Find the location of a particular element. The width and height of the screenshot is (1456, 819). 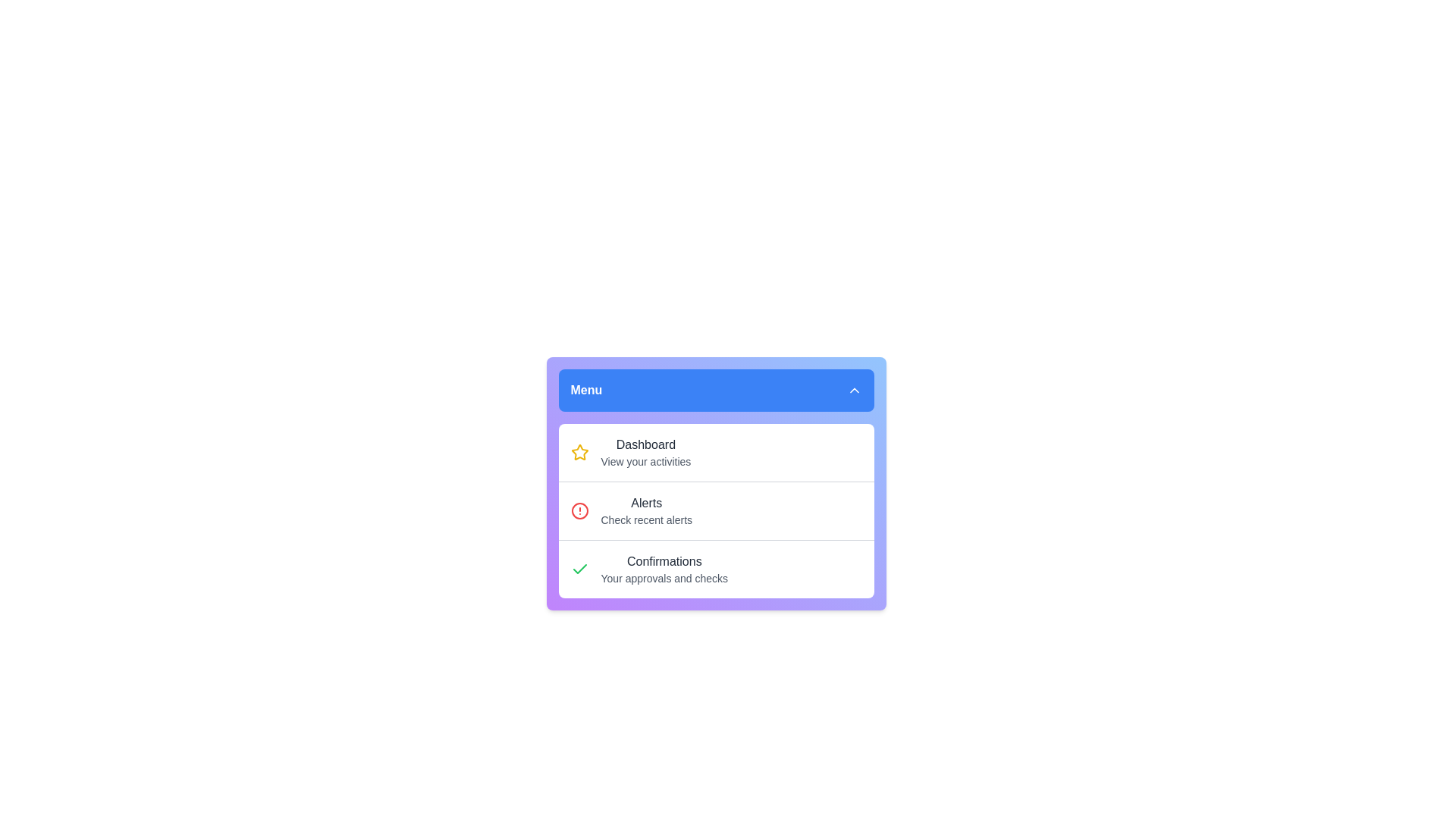

the 'Confirmations' list item, which features a green check icon and the description 'Your approvals and checks' is located at coordinates (664, 570).